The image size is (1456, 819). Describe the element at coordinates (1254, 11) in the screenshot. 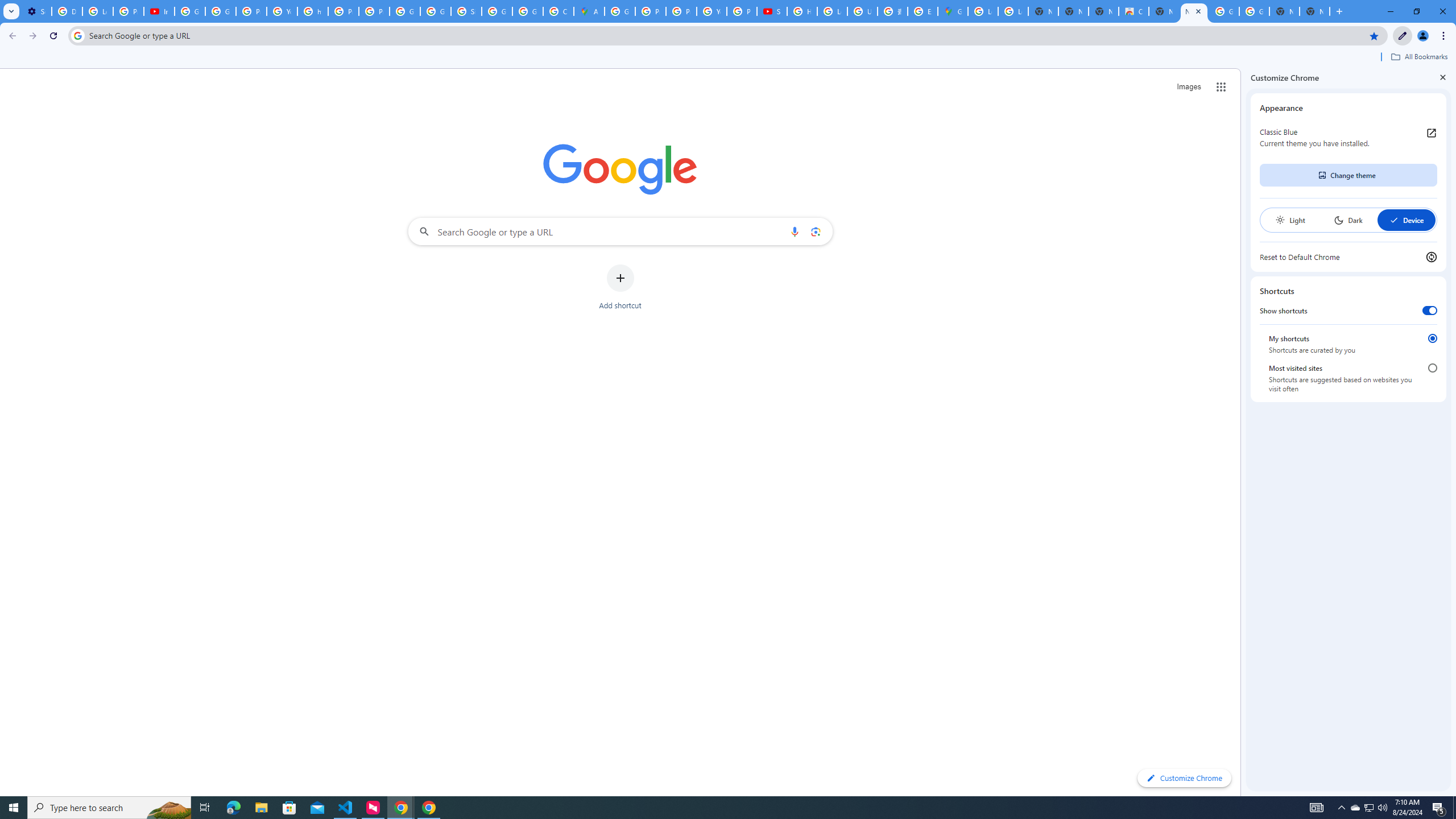

I see `'Google Images'` at that location.